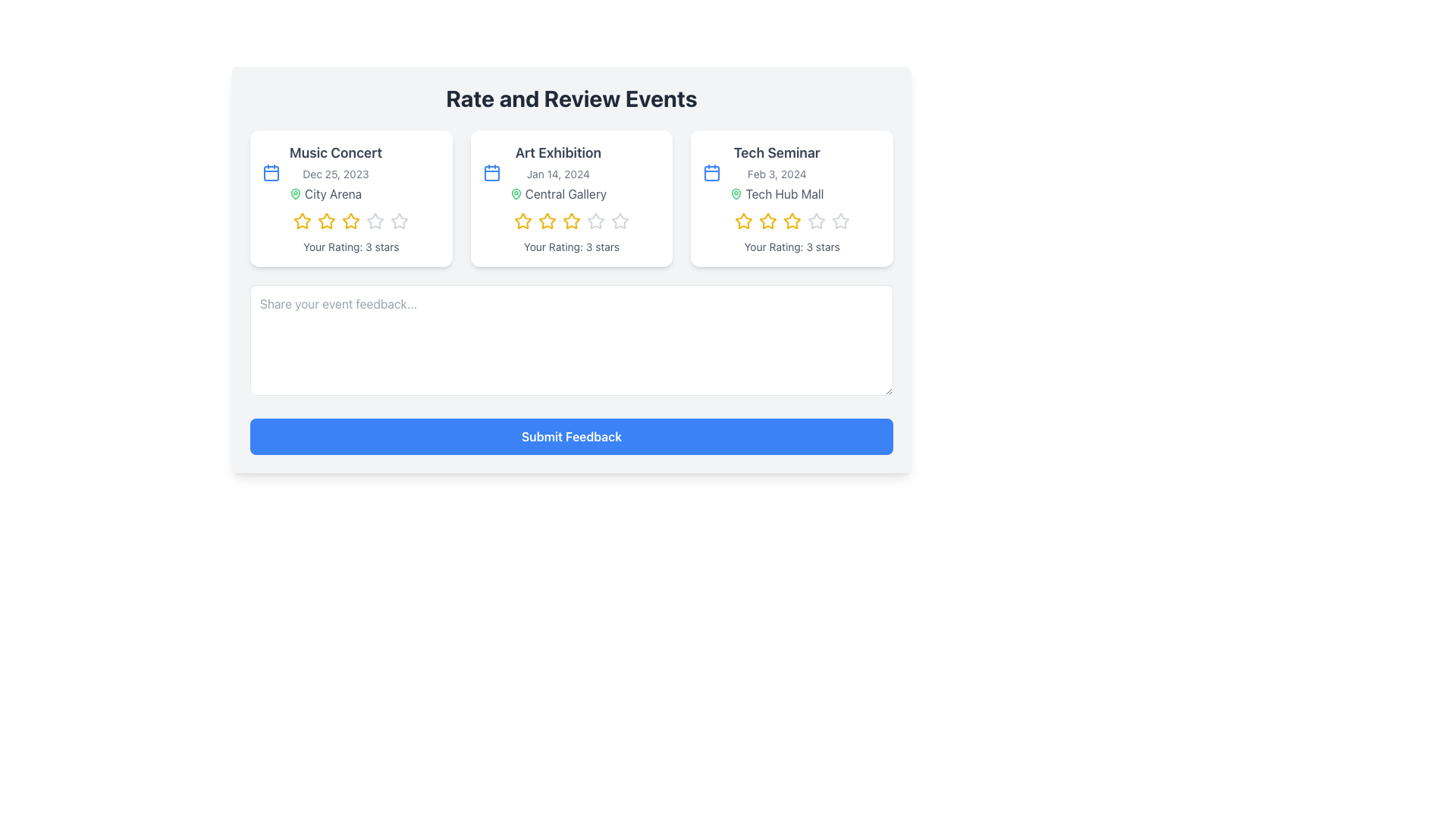 This screenshot has height=819, width=1456. I want to click on the first star icon in the rating row under the 'Tech Seminar' section, so click(743, 221).